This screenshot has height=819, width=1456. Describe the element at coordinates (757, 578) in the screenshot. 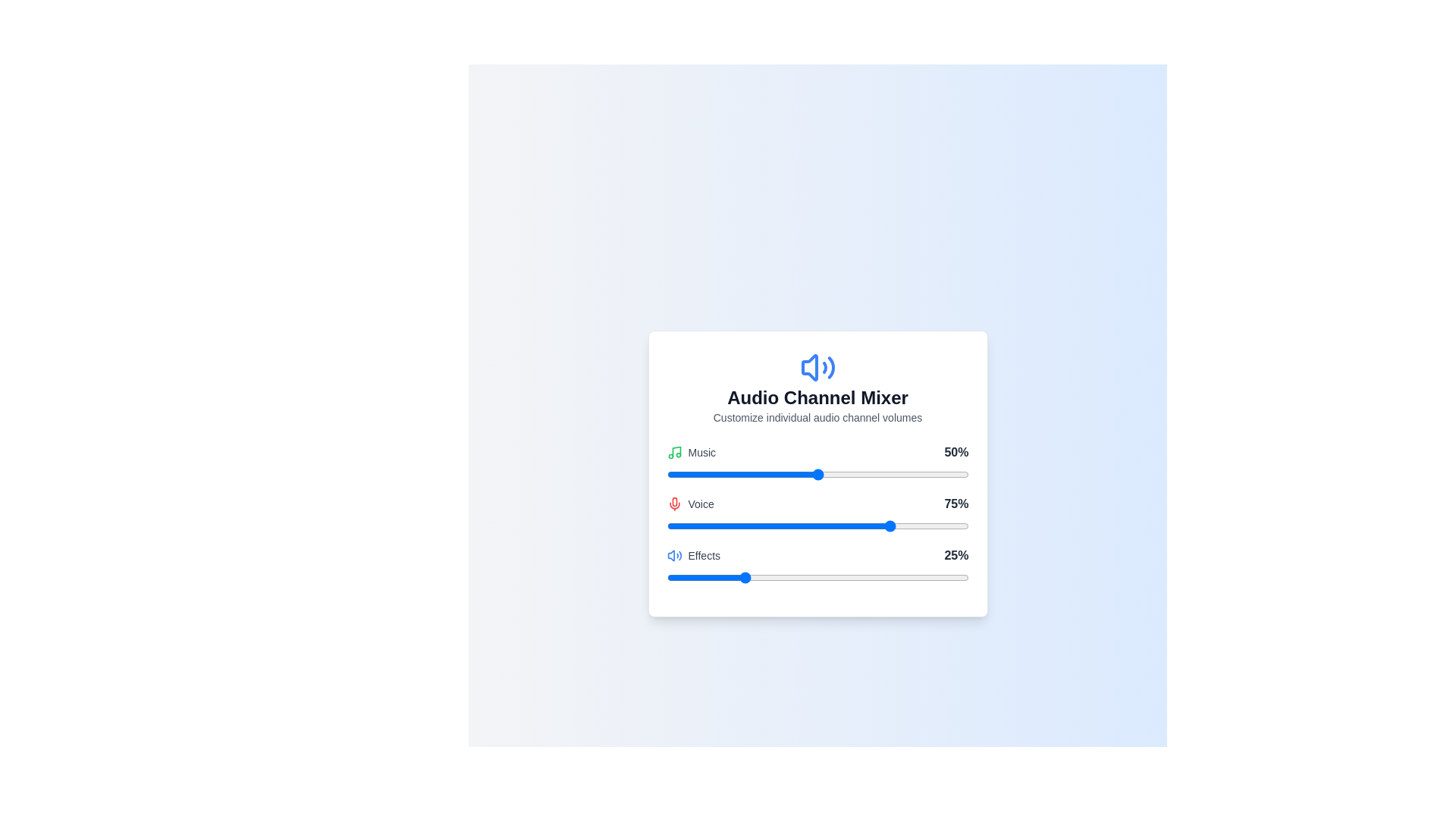

I see `the 'Effects' volume slider` at that location.